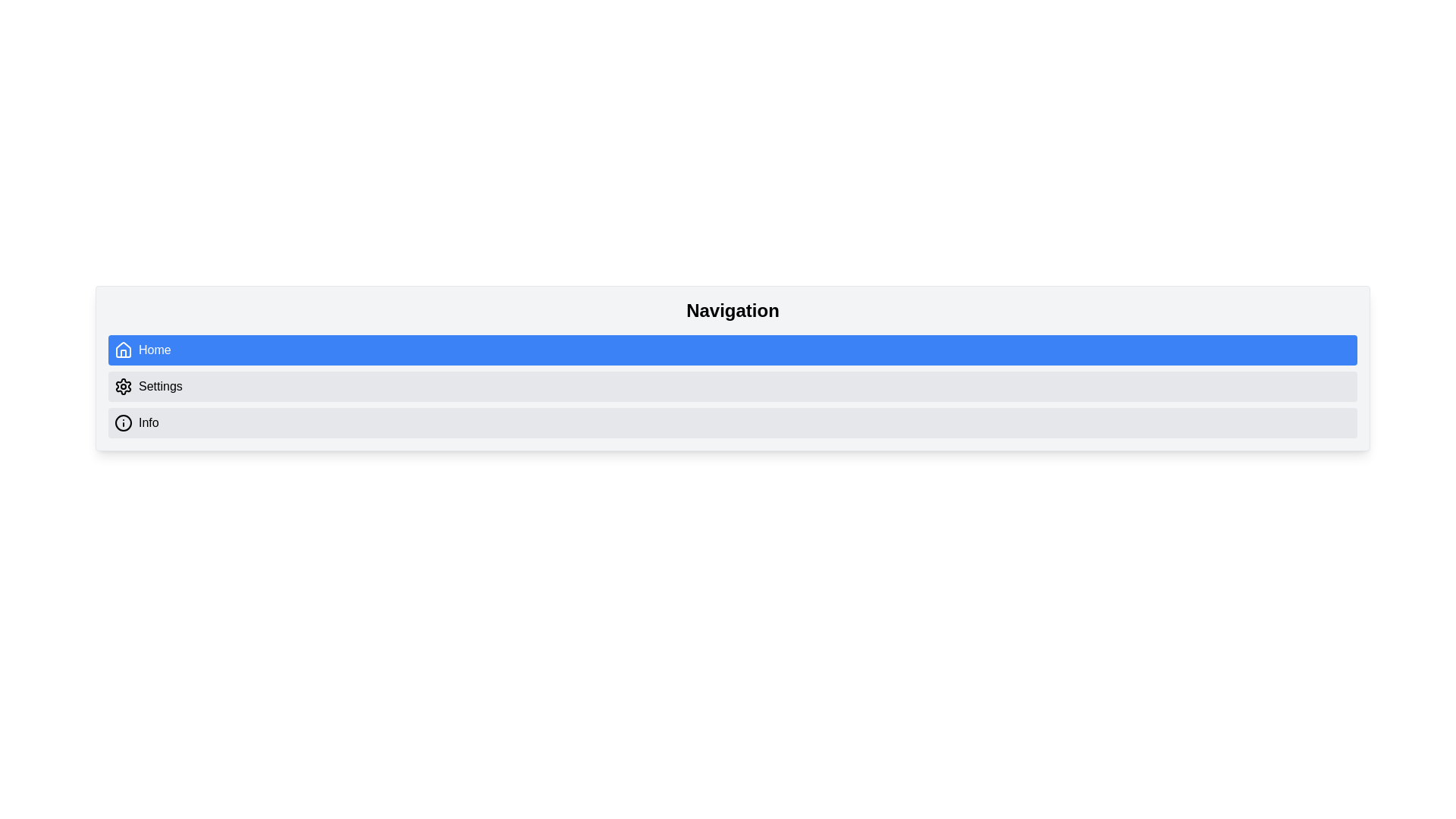 The height and width of the screenshot is (819, 1456). I want to click on the 'Info' button, which is the third element in a vertical navigation layout, so click(733, 423).